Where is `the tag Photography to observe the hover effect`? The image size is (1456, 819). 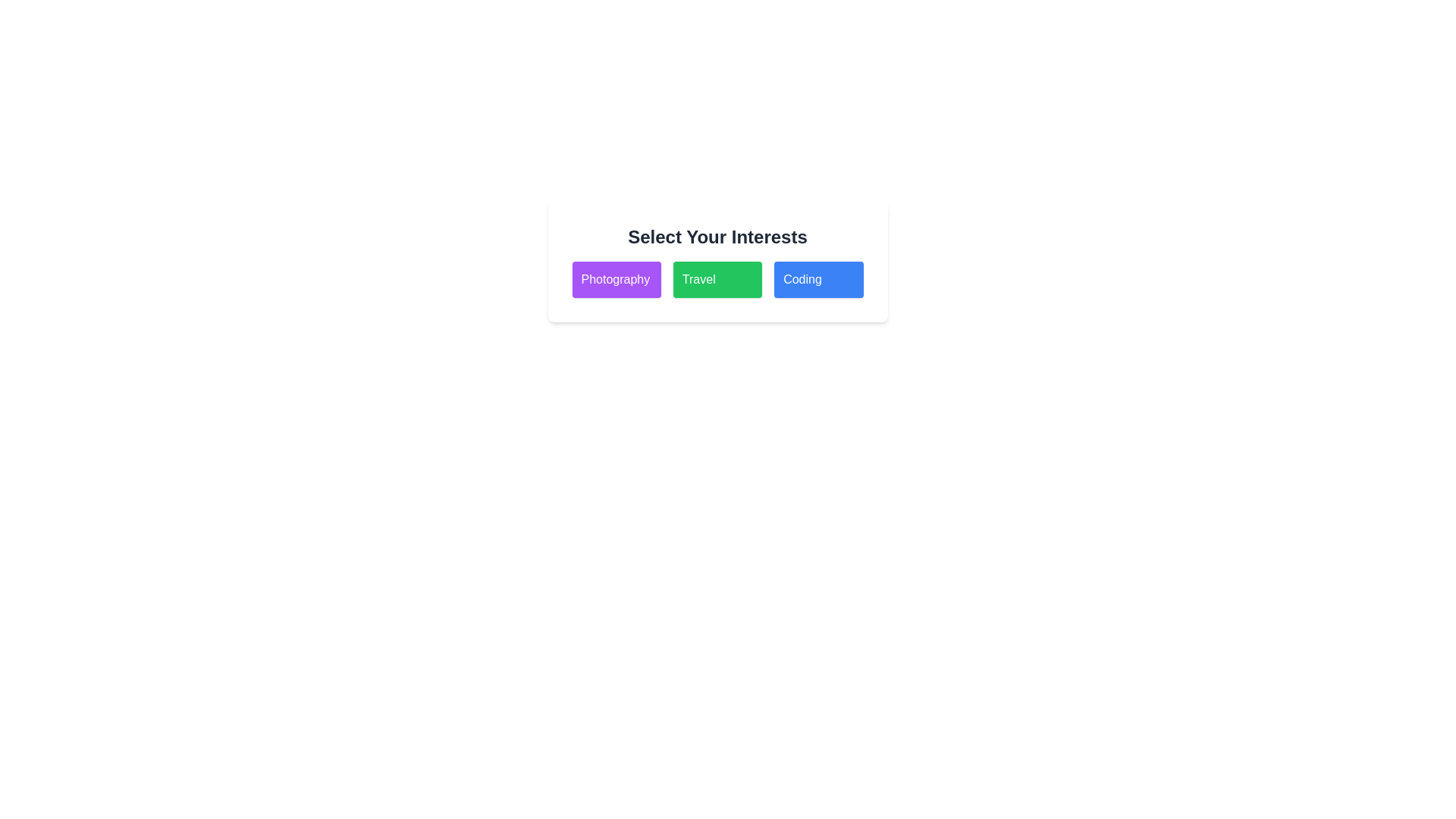 the tag Photography to observe the hover effect is located at coordinates (616, 280).